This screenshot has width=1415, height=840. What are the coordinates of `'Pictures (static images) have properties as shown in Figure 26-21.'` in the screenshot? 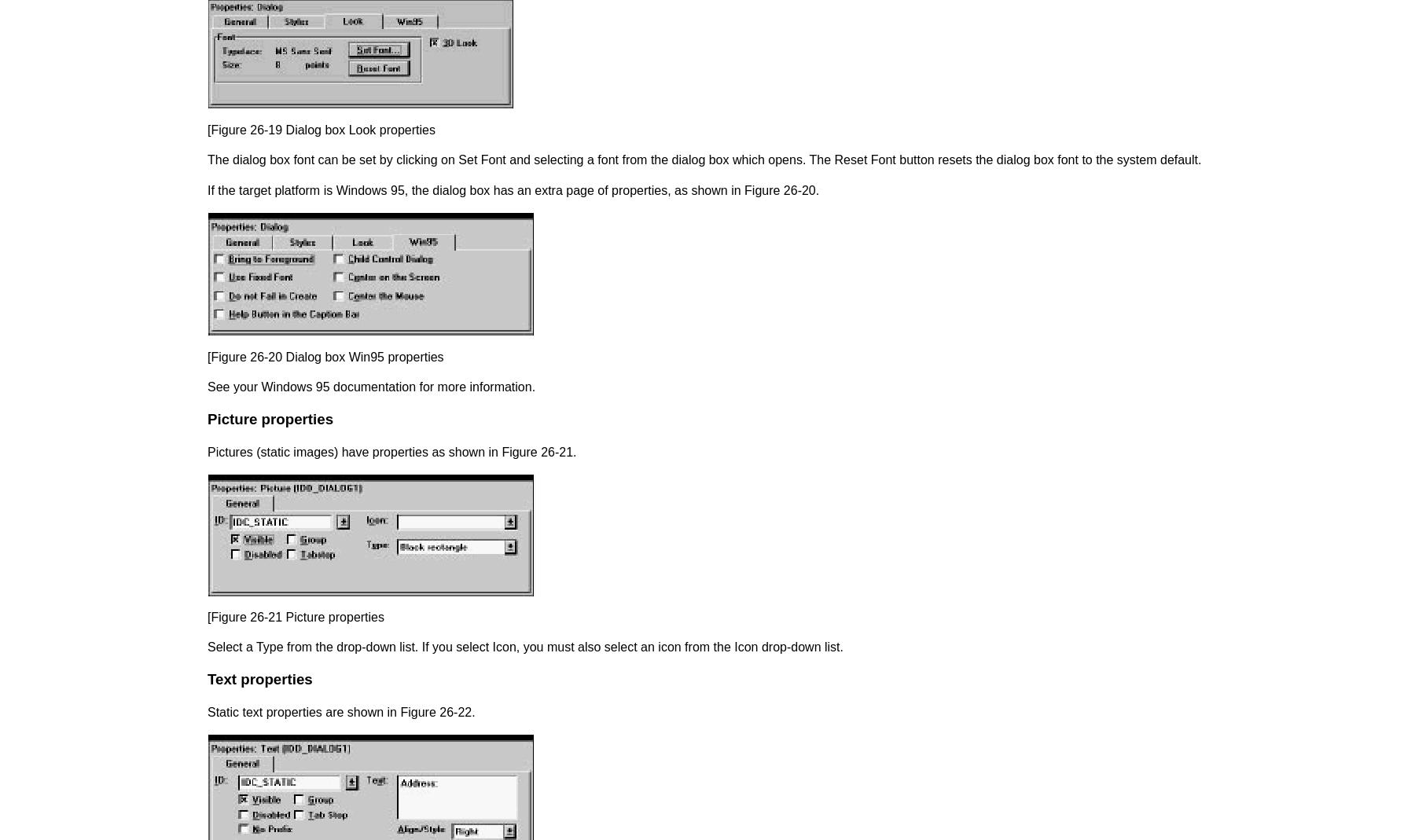 It's located at (391, 451).